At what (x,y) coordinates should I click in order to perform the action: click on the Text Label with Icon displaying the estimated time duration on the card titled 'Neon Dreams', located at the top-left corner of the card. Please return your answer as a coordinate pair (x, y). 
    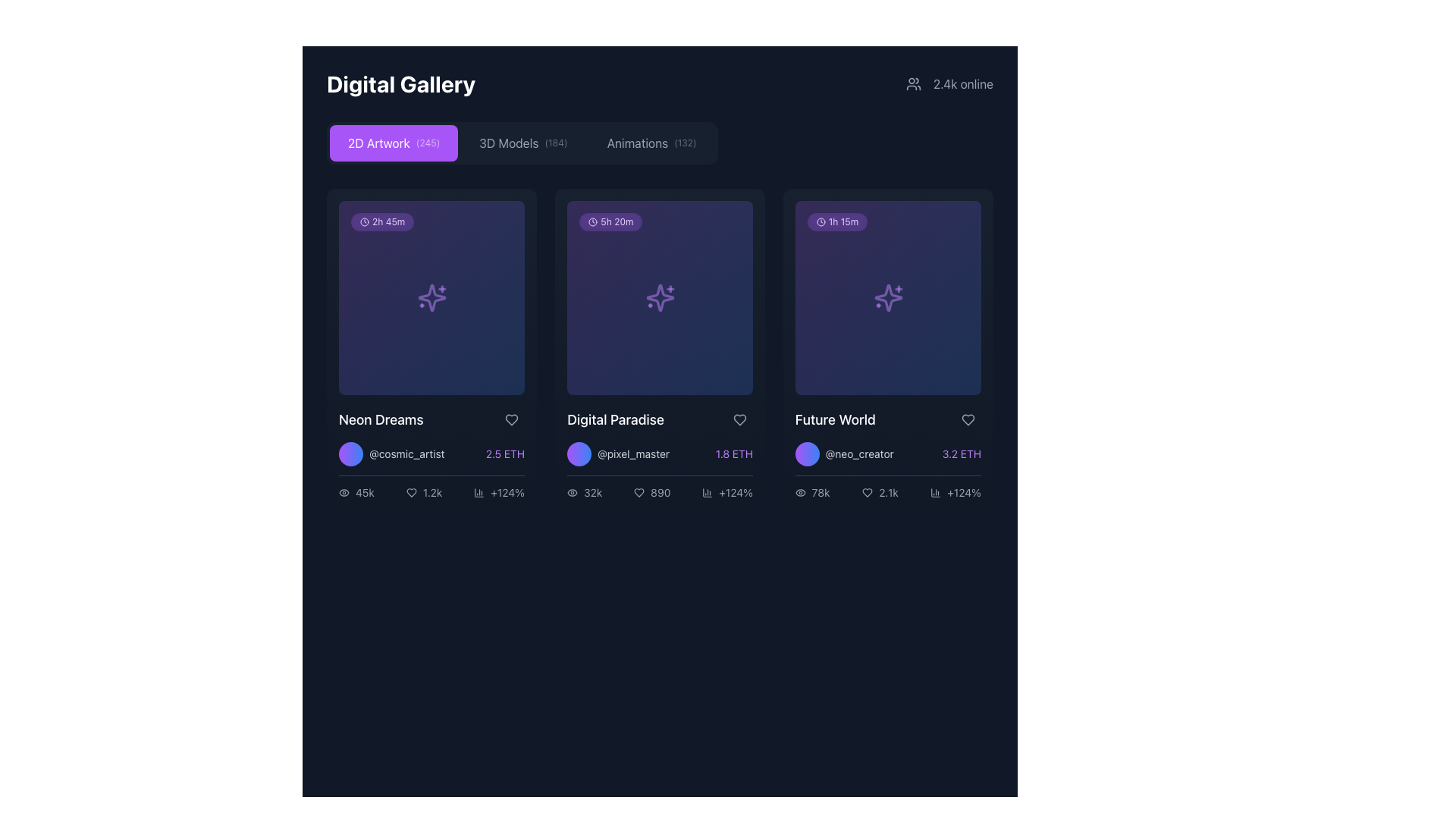
    Looking at the image, I should click on (382, 222).